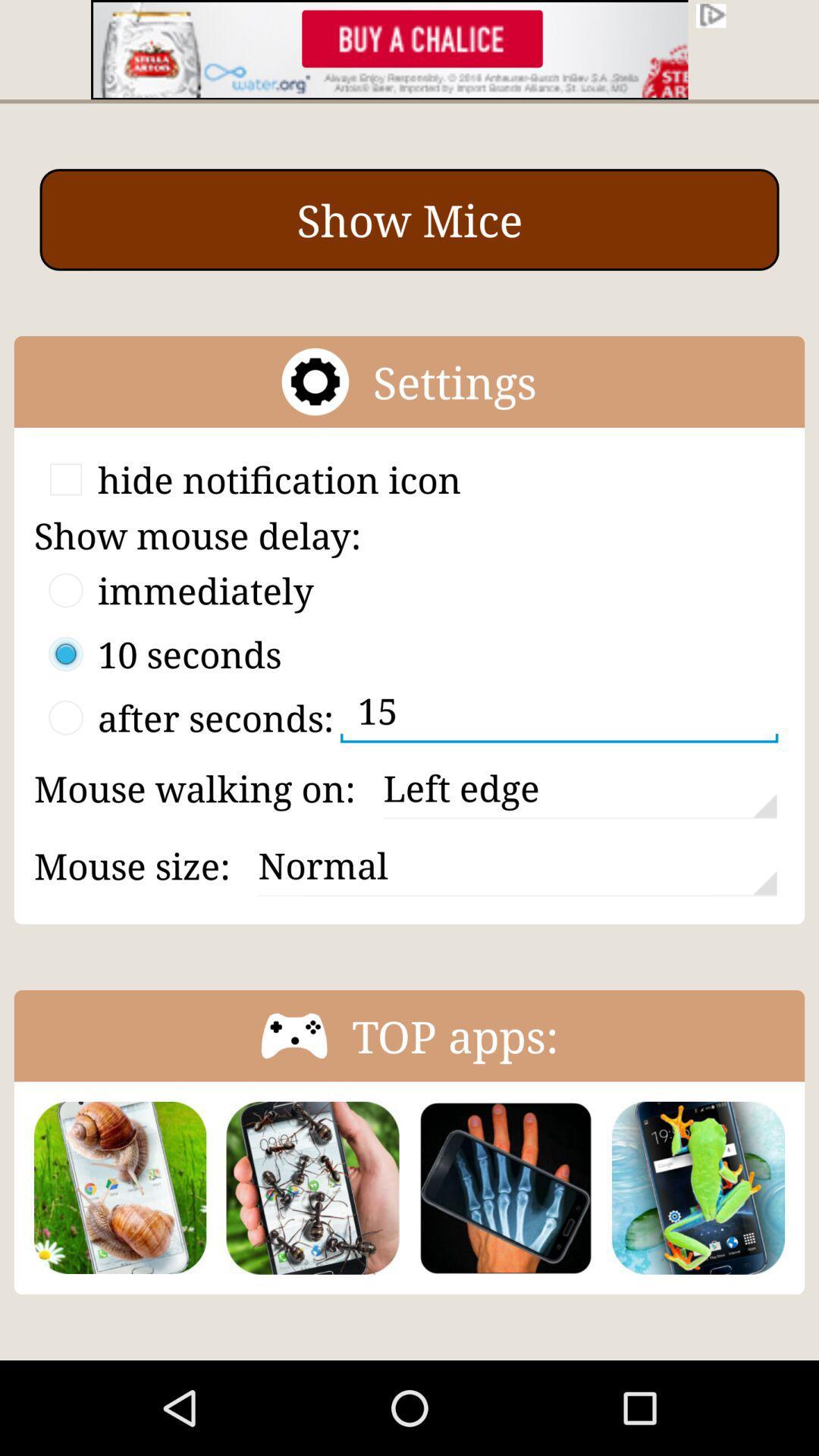  Describe the element at coordinates (505, 1187) in the screenshot. I see `app image` at that location.